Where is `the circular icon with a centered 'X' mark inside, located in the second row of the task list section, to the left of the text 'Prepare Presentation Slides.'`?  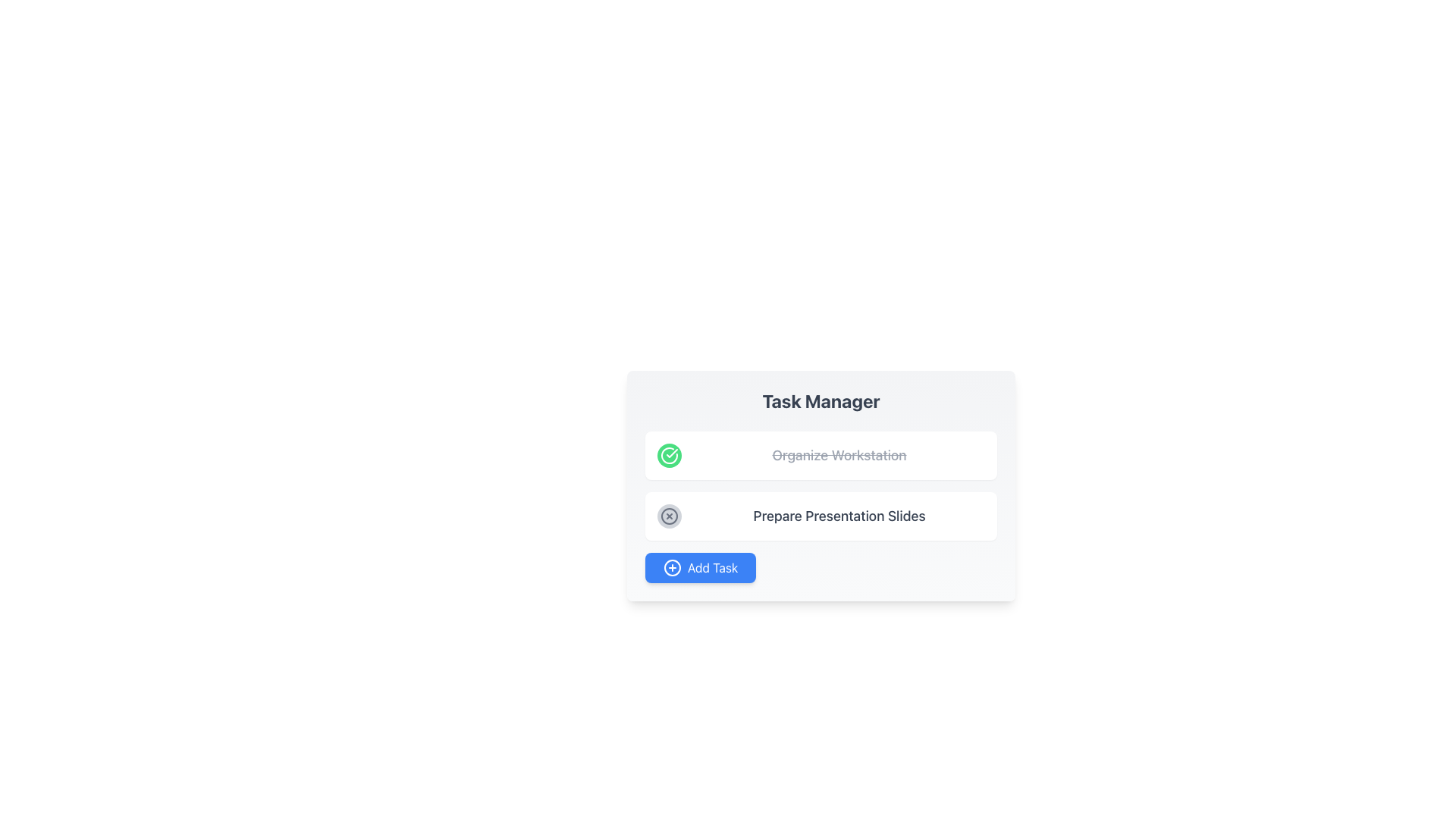 the circular icon with a centered 'X' mark inside, located in the second row of the task list section, to the left of the text 'Prepare Presentation Slides.' is located at coordinates (669, 516).